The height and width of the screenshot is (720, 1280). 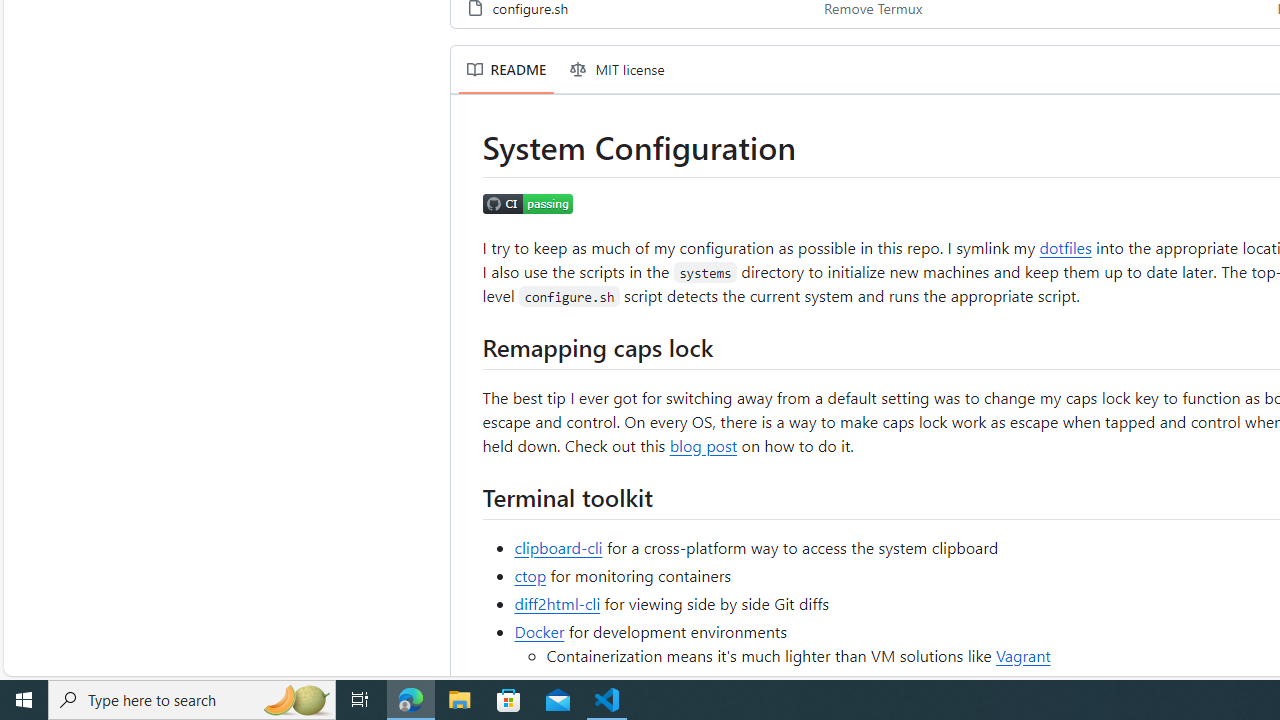 What do you see at coordinates (704, 443) in the screenshot?
I see `'blog post'` at bounding box center [704, 443].